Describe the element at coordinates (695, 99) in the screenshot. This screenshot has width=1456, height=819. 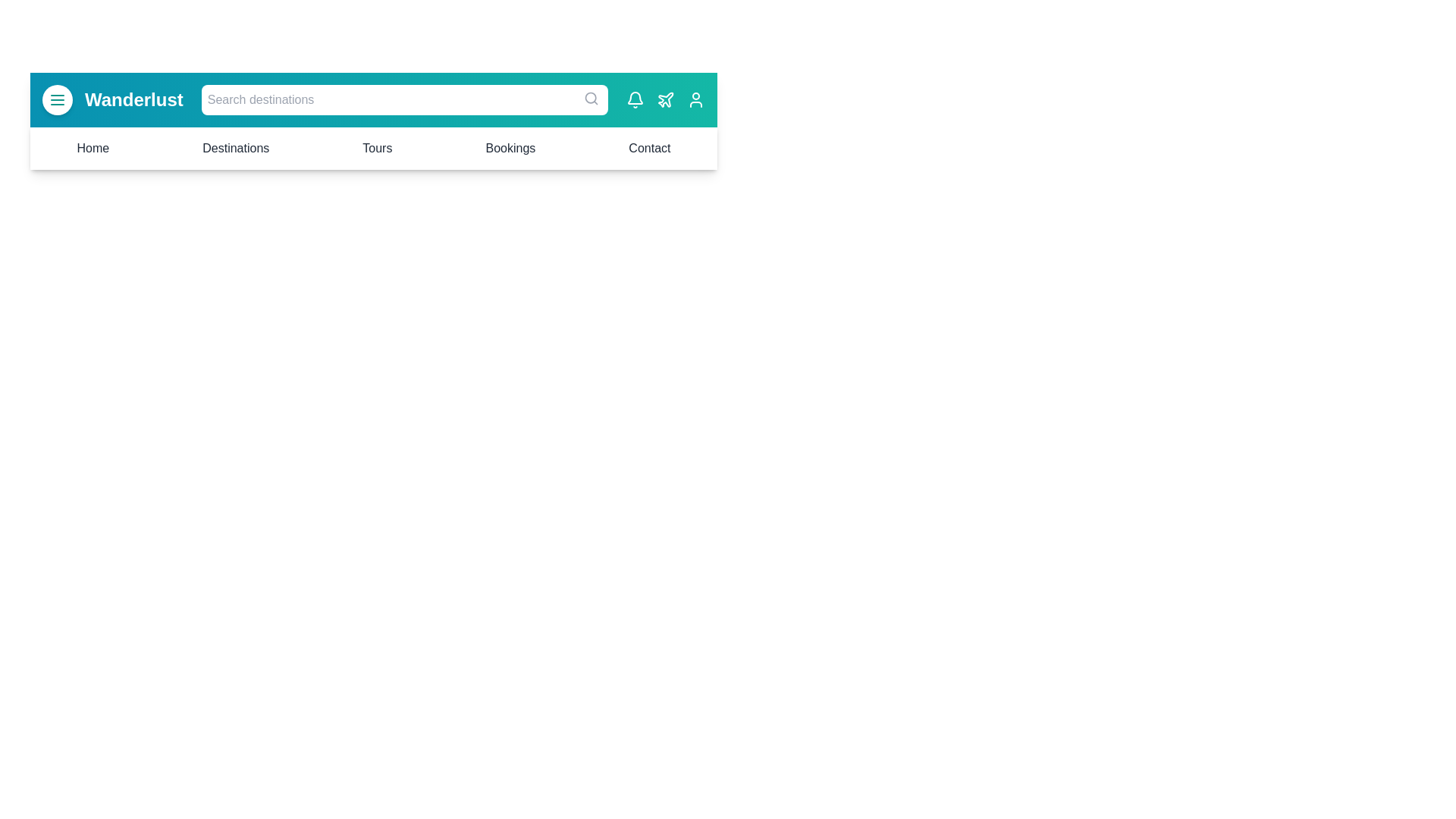
I see `the user icon to access profile settings` at that location.